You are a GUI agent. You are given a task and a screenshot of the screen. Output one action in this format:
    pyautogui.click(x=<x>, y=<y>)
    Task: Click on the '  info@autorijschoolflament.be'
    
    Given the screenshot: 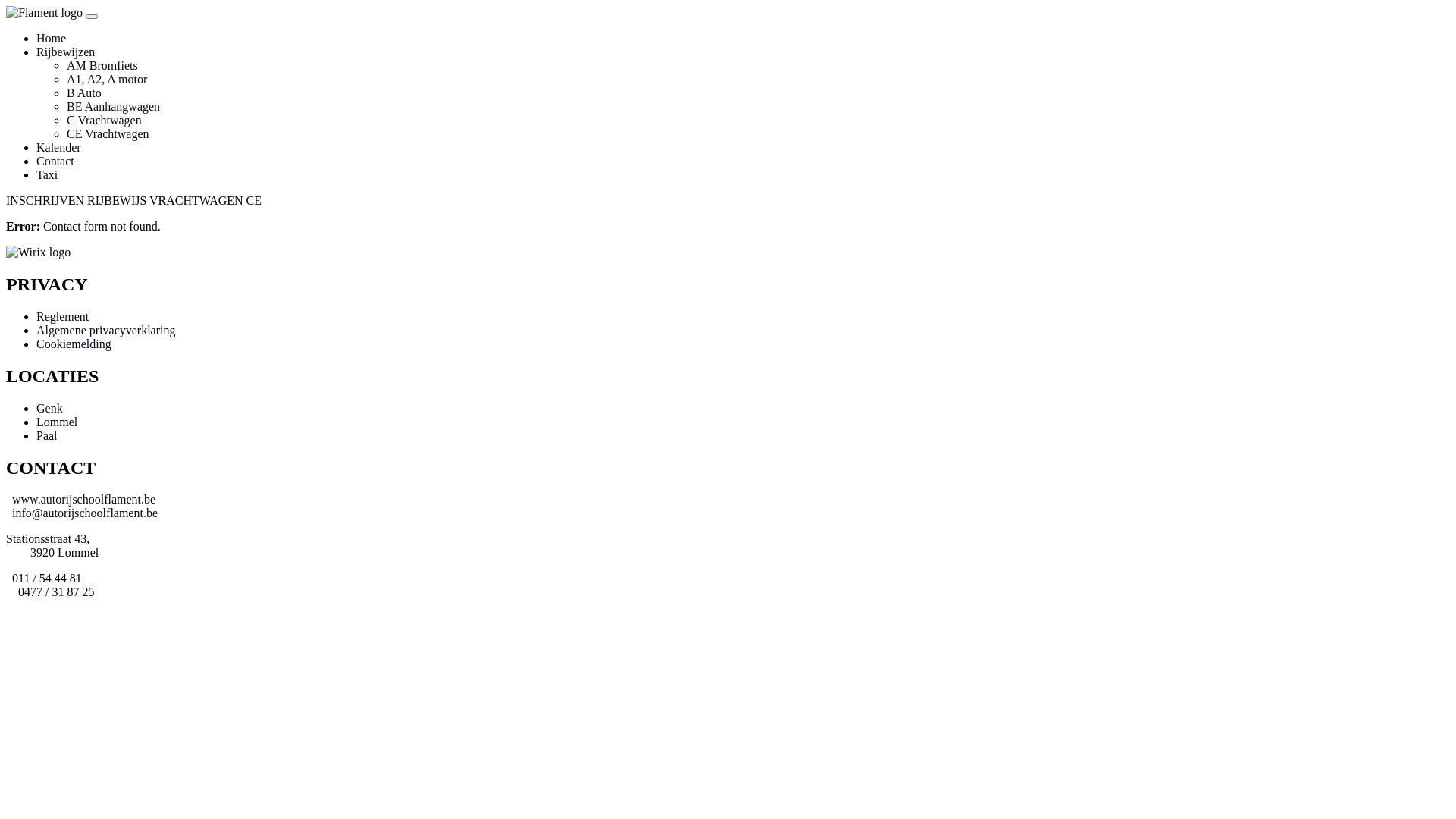 What is the action you would take?
    pyautogui.click(x=81, y=512)
    